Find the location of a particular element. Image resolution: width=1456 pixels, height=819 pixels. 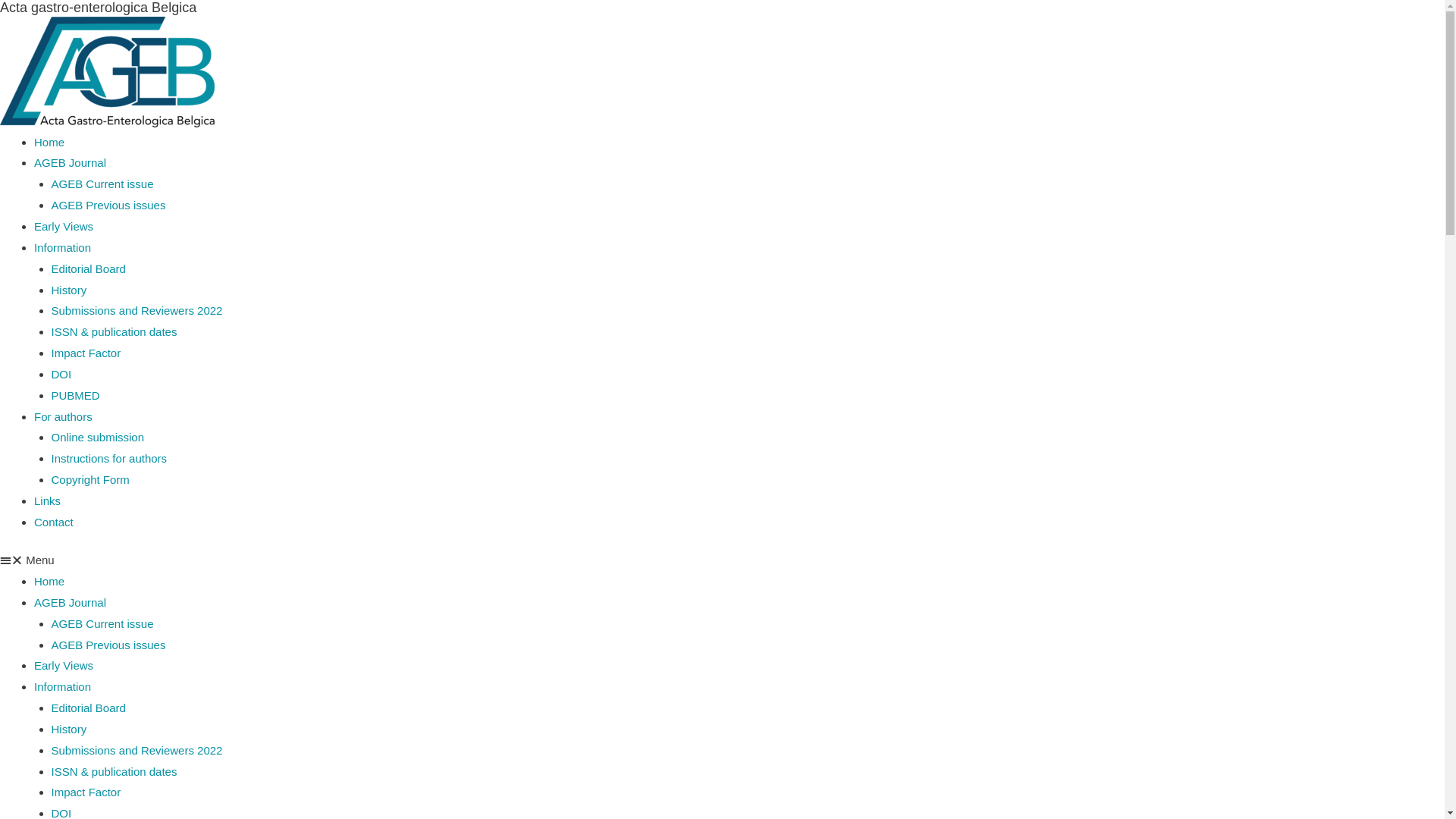

'Impact Factor' is located at coordinates (86, 791).